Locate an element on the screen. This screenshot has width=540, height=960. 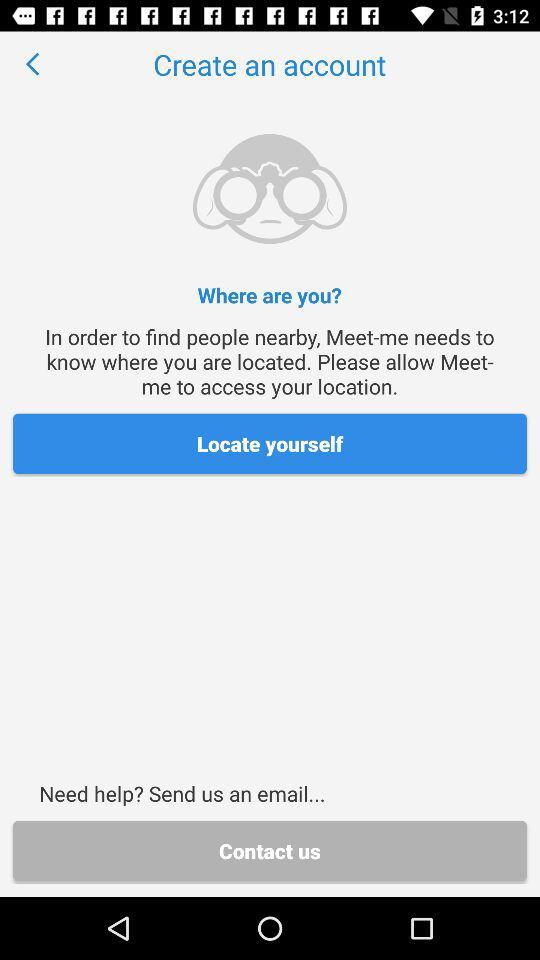
the contact us is located at coordinates (270, 850).